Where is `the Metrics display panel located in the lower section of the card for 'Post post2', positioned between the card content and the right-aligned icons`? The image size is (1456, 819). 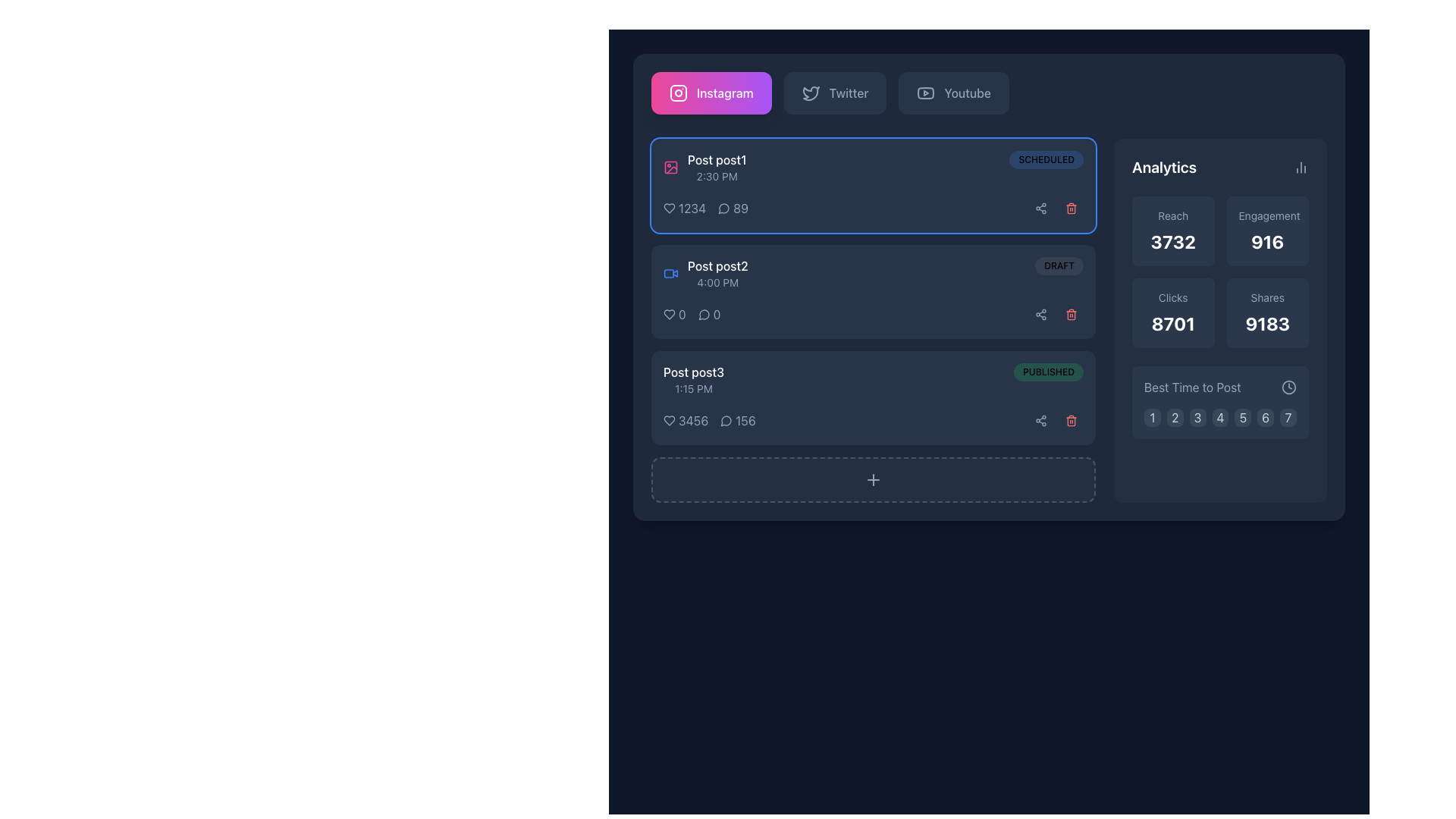 the Metrics display panel located in the lower section of the card for 'Post post2', positioned between the card content and the right-aligned icons is located at coordinates (691, 314).